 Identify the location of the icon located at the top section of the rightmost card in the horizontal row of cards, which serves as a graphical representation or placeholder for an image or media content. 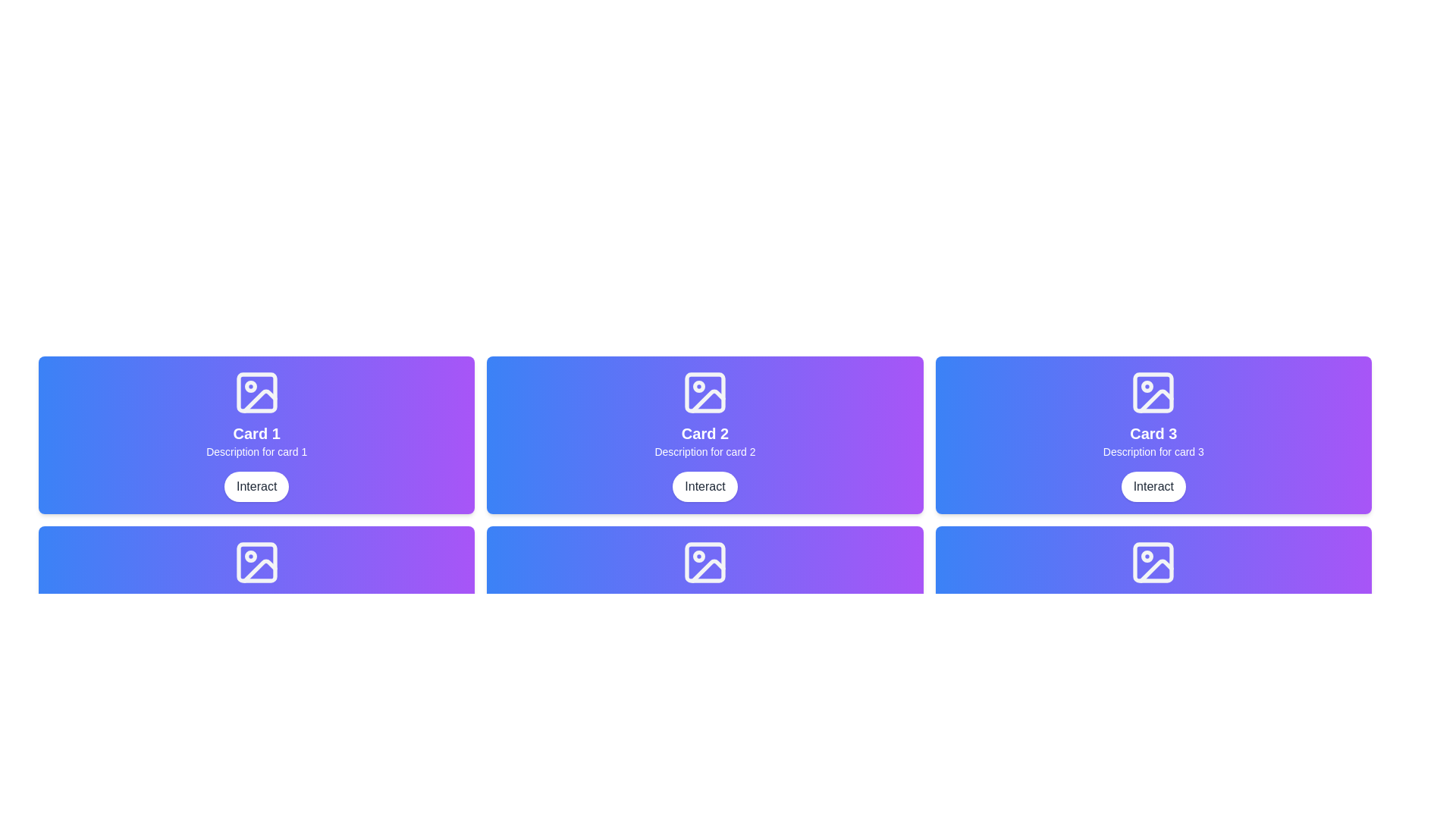
(1153, 391).